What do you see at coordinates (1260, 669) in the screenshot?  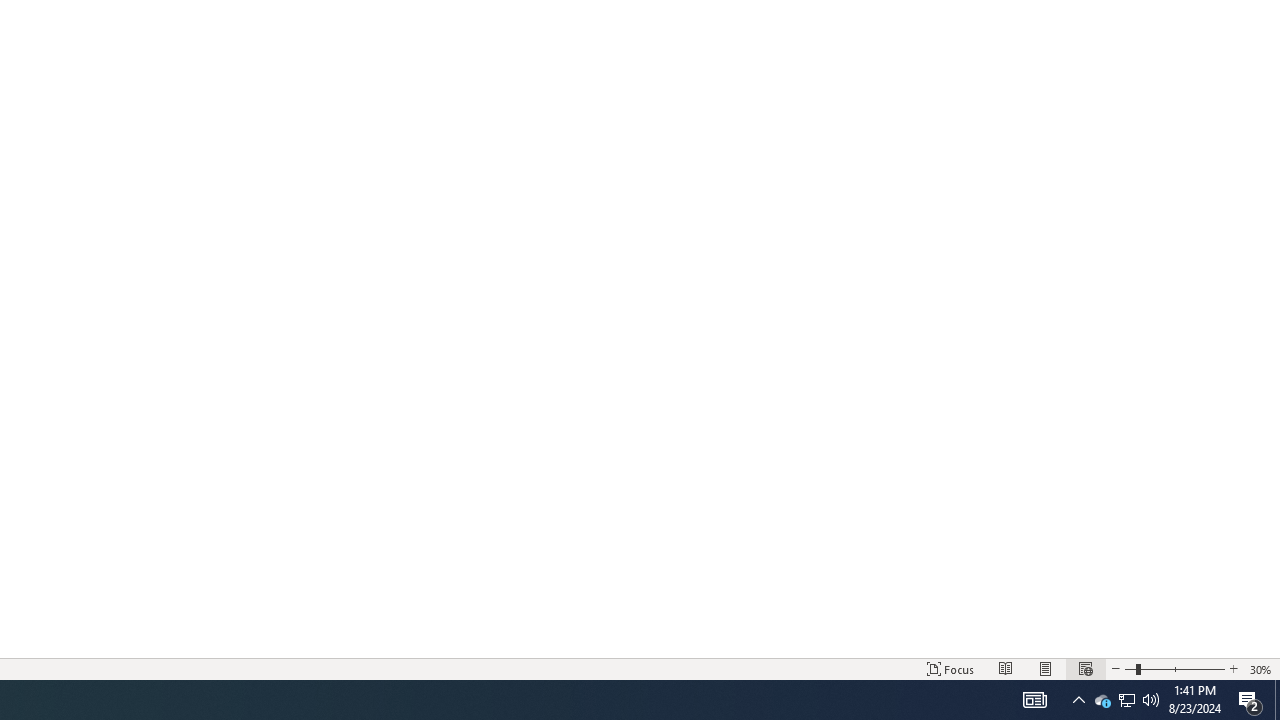 I see `'Zoom 30%'` at bounding box center [1260, 669].